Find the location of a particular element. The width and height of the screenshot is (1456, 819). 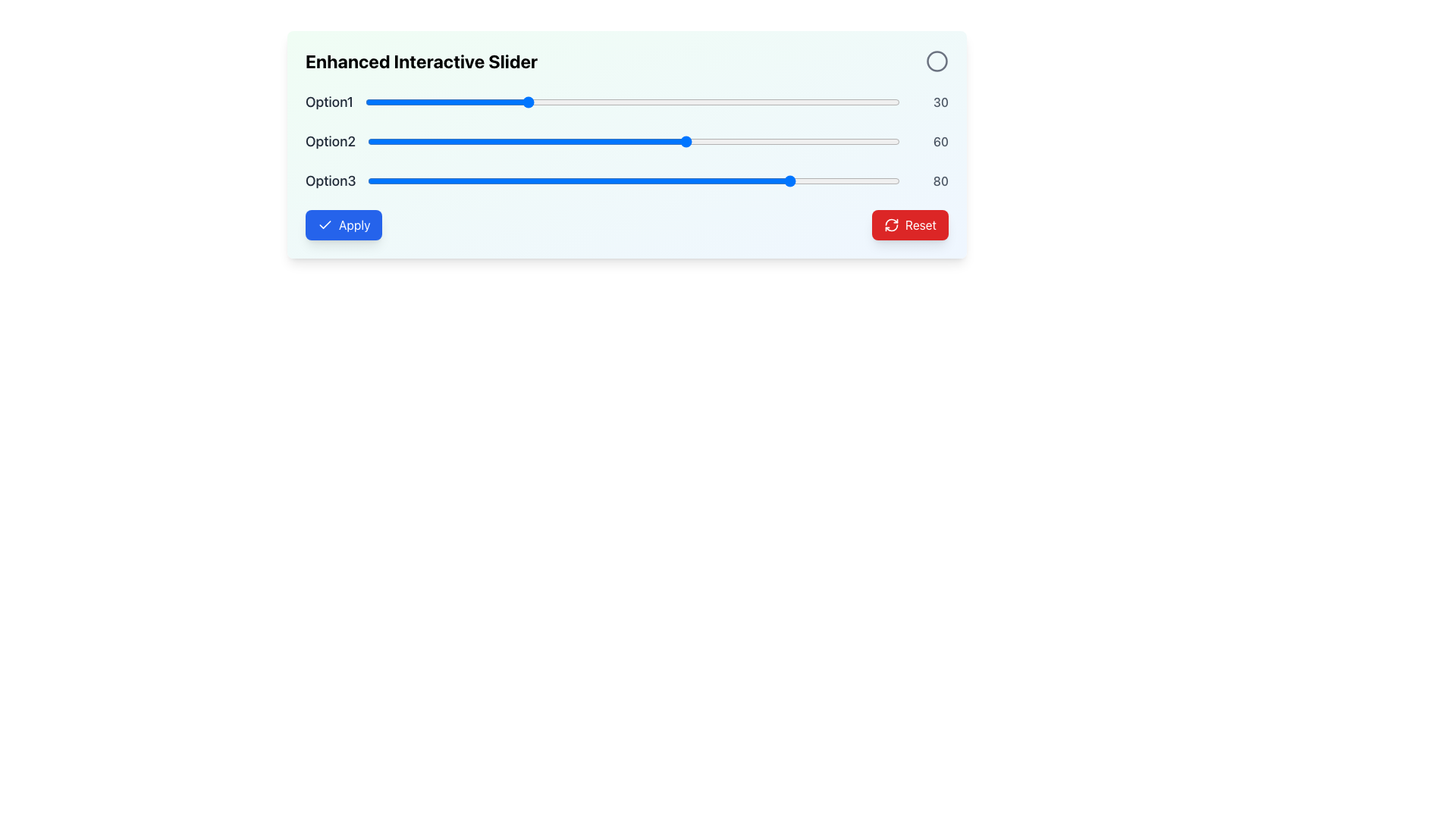

the circular arrow icon used for refresh, located to the left of the 'Reset' button at the bottom right of the panel interface is located at coordinates (891, 225).